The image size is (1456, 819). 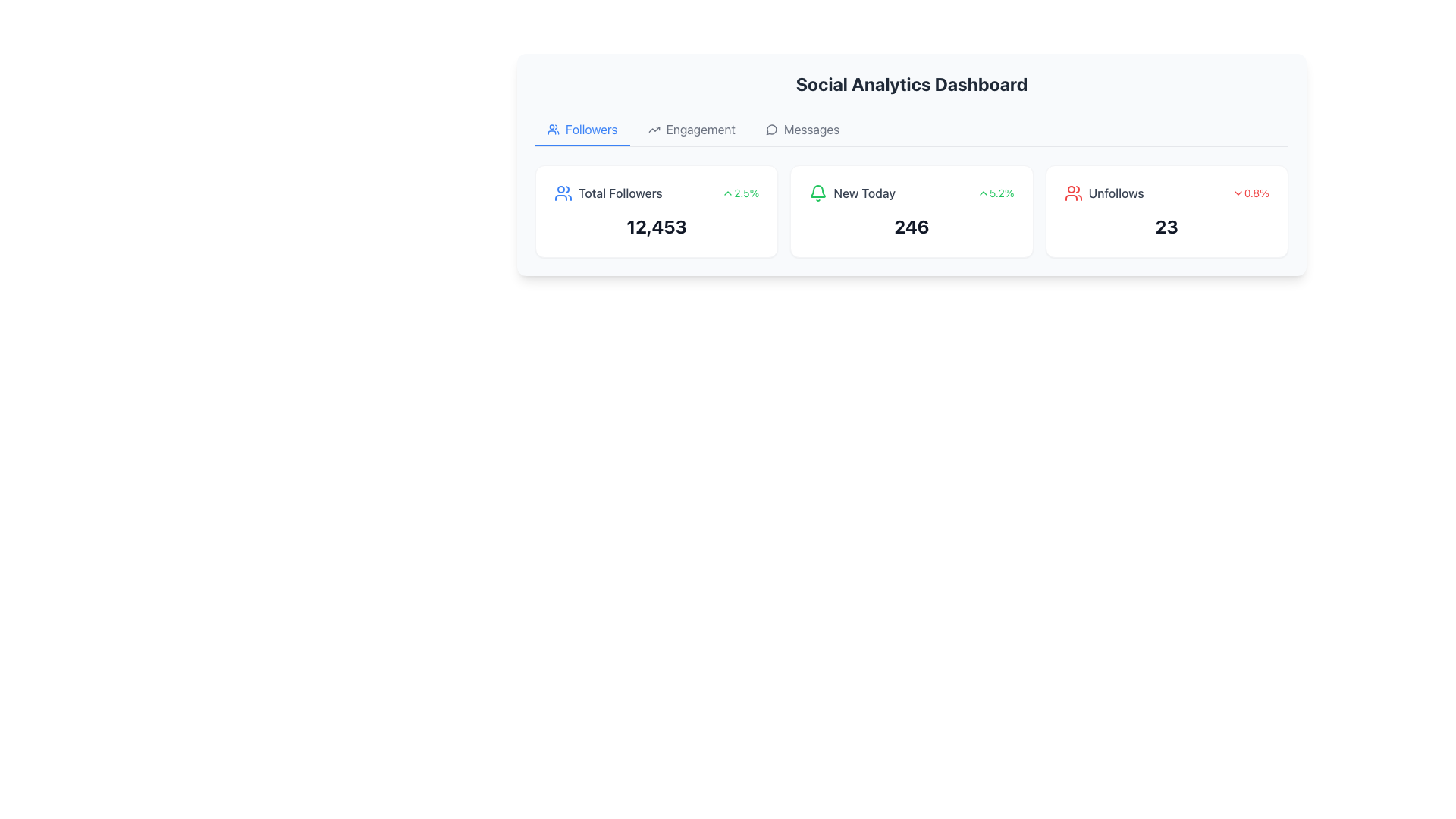 What do you see at coordinates (852, 192) in the screenshot?
I see `the 'New Today' label with the green bell icon located in the middle panel of the social analytics card interface` at bounding box center [852, 192].